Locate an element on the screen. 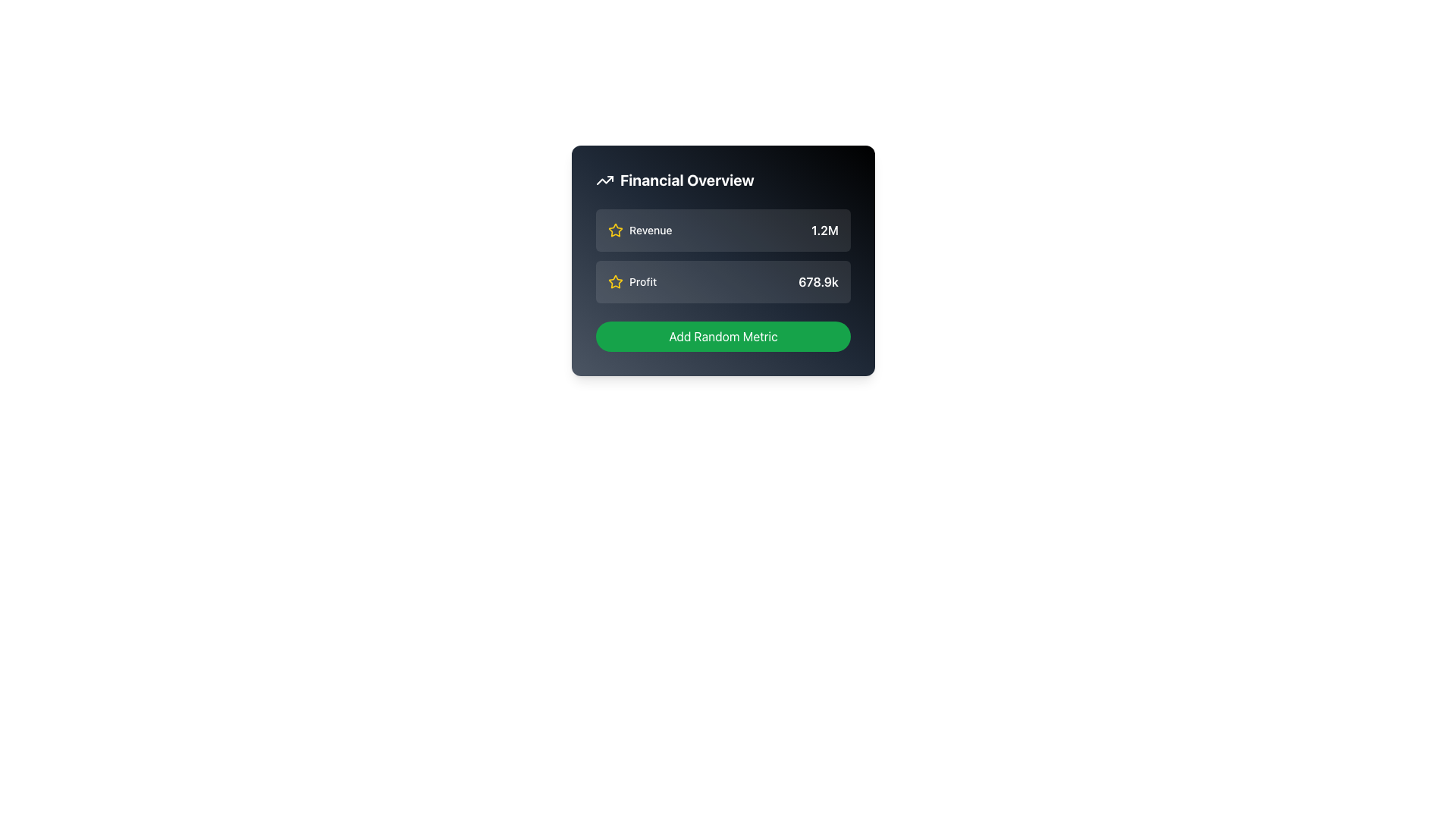 Image resolution: width=1456 pixels, height=819 pixels. the star icon representing the 'Revenue' category, which is positioned to the left of the 'Revenue' text label is located at coordinates (615, 231).